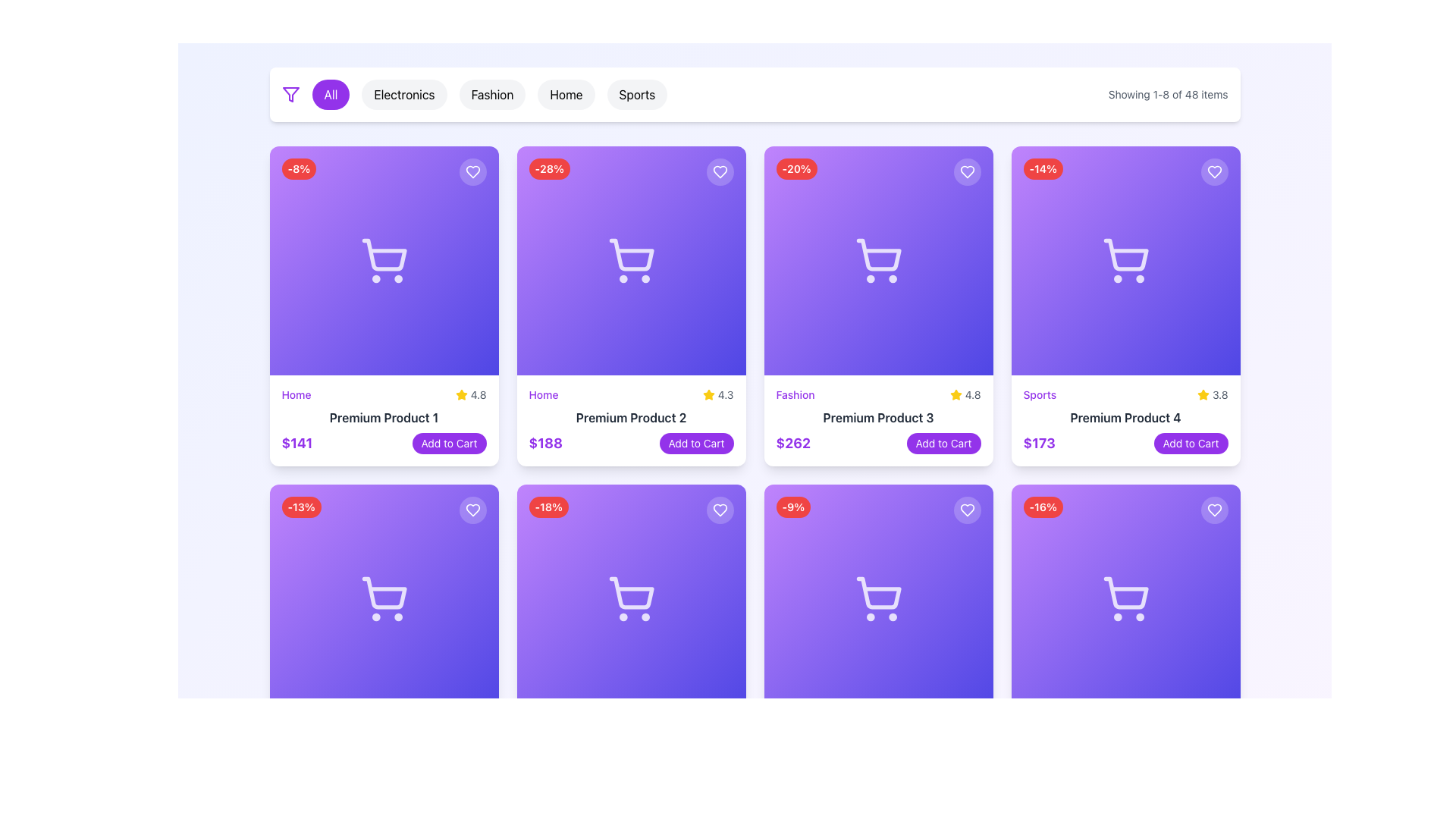  I want to click on the shopping cart icon located in the second product card from the left in the first row of the displayed grid, centered above the product's description and price, so click(631, 254).